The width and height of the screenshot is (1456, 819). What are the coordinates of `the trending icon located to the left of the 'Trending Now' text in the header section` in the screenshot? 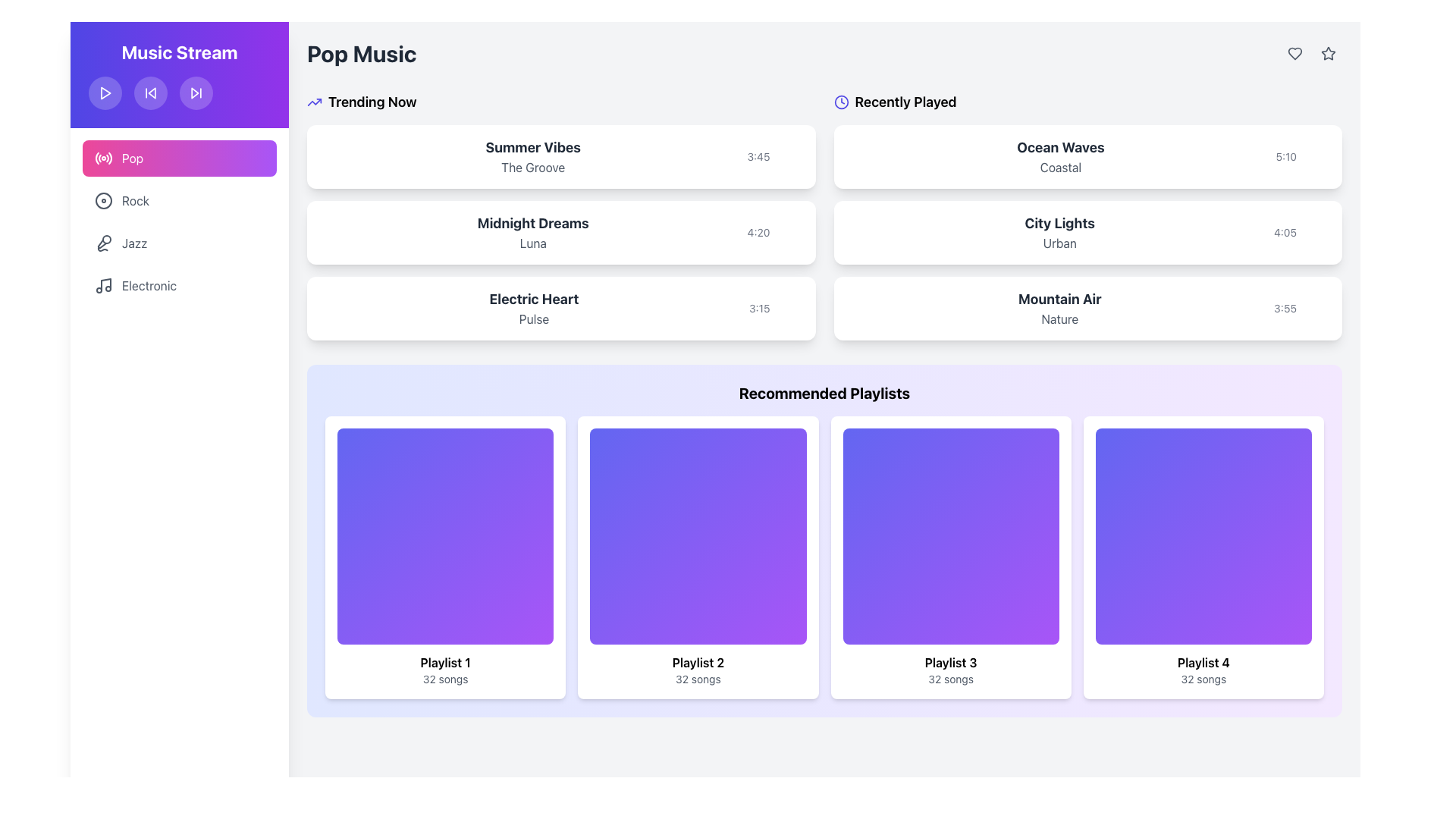 It's located at (313, 102).